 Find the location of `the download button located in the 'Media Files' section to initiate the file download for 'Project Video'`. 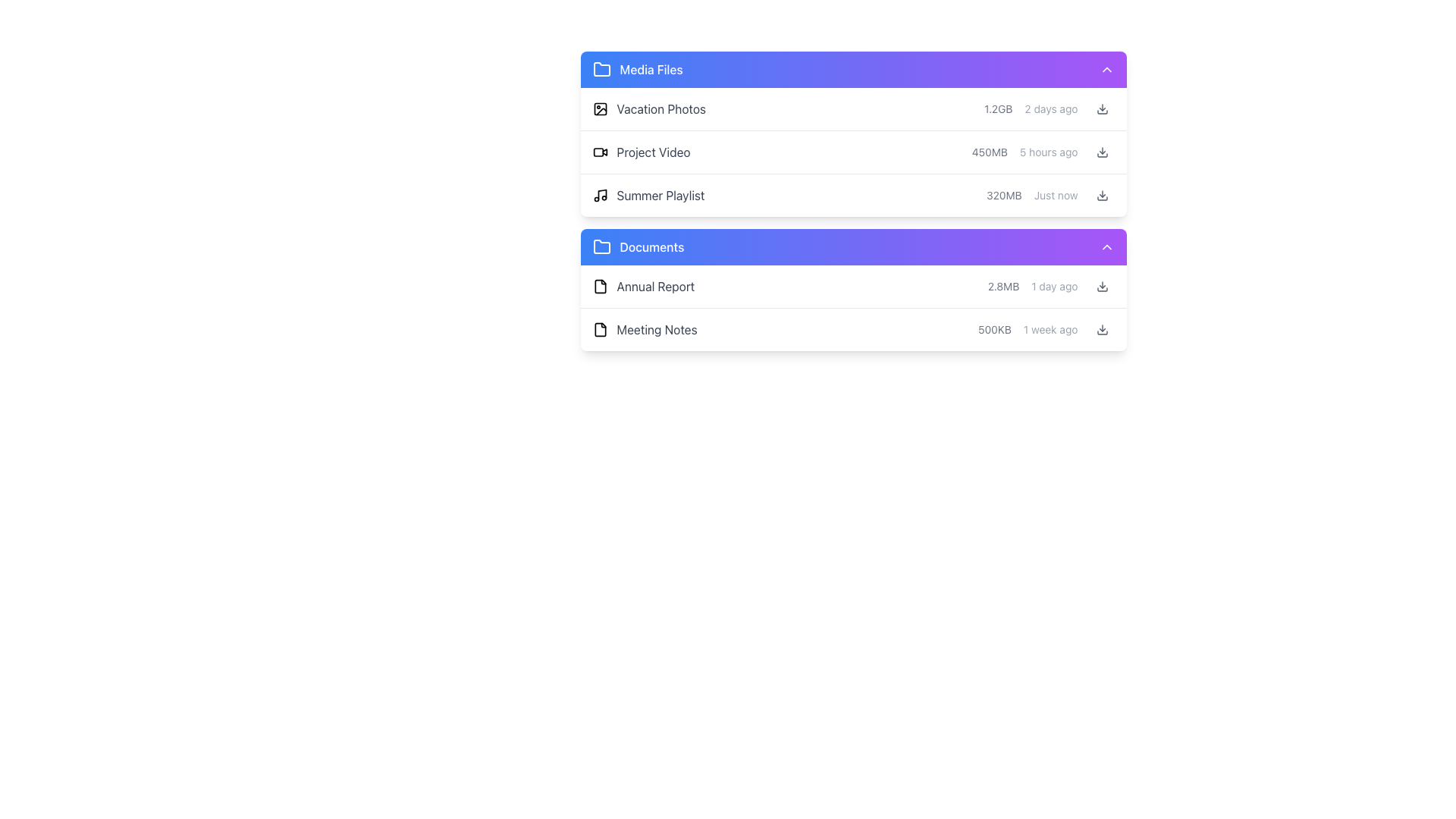

the download button located in the 'Media Files' section to initiate the file download for 'Project Video' is located at coordinates (1102, 152).